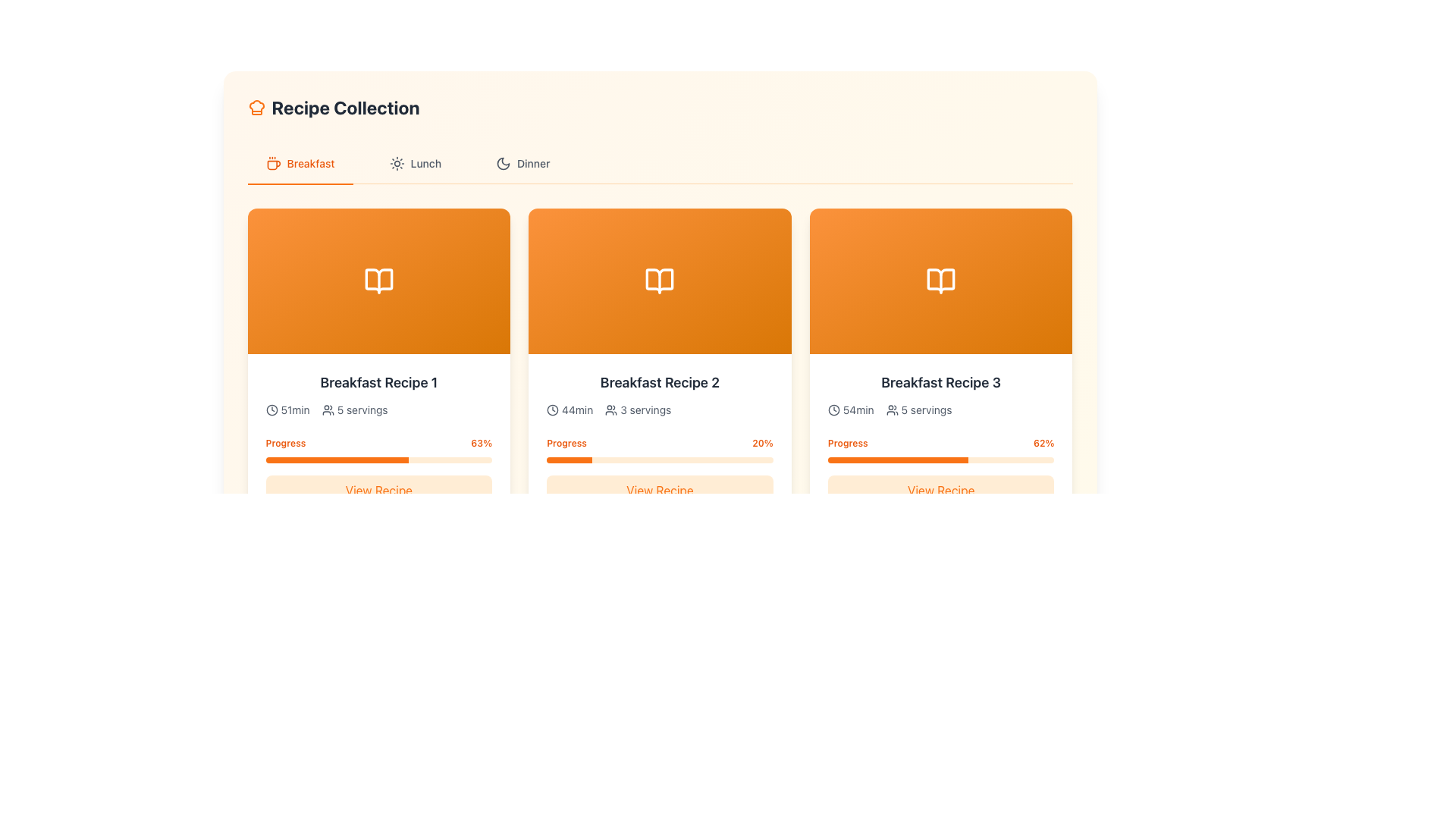 The height and width of the screenshot is (819, 1456). Describe the element at coordinates (378, 382) in the screenshot. I see `the static text label displaying 'Breakfast Recipe 1', which is centrally located within the first recipe card under the 'Breakfast' tab` at that location.